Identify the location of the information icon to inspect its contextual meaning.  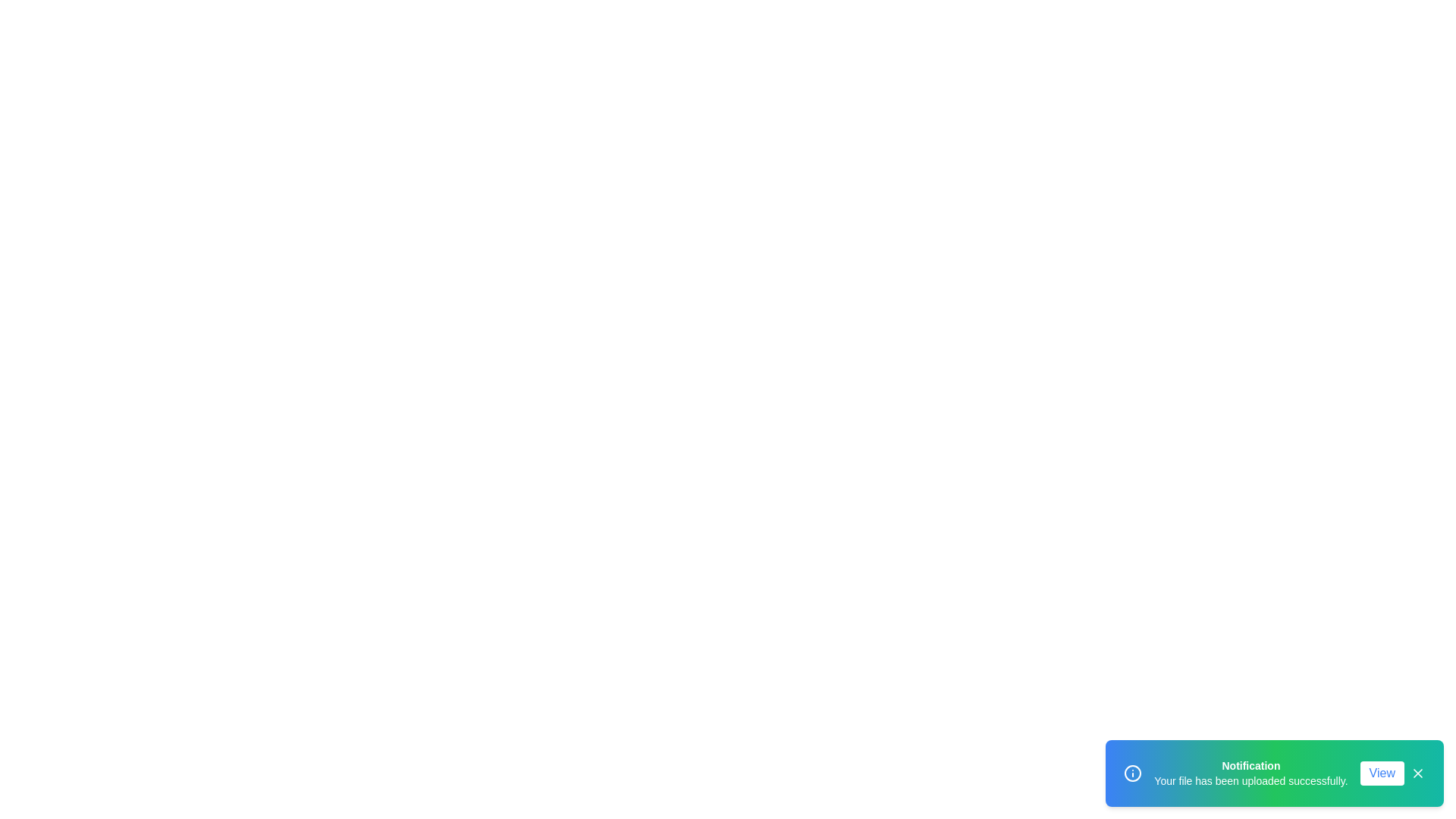
(1133, 773).